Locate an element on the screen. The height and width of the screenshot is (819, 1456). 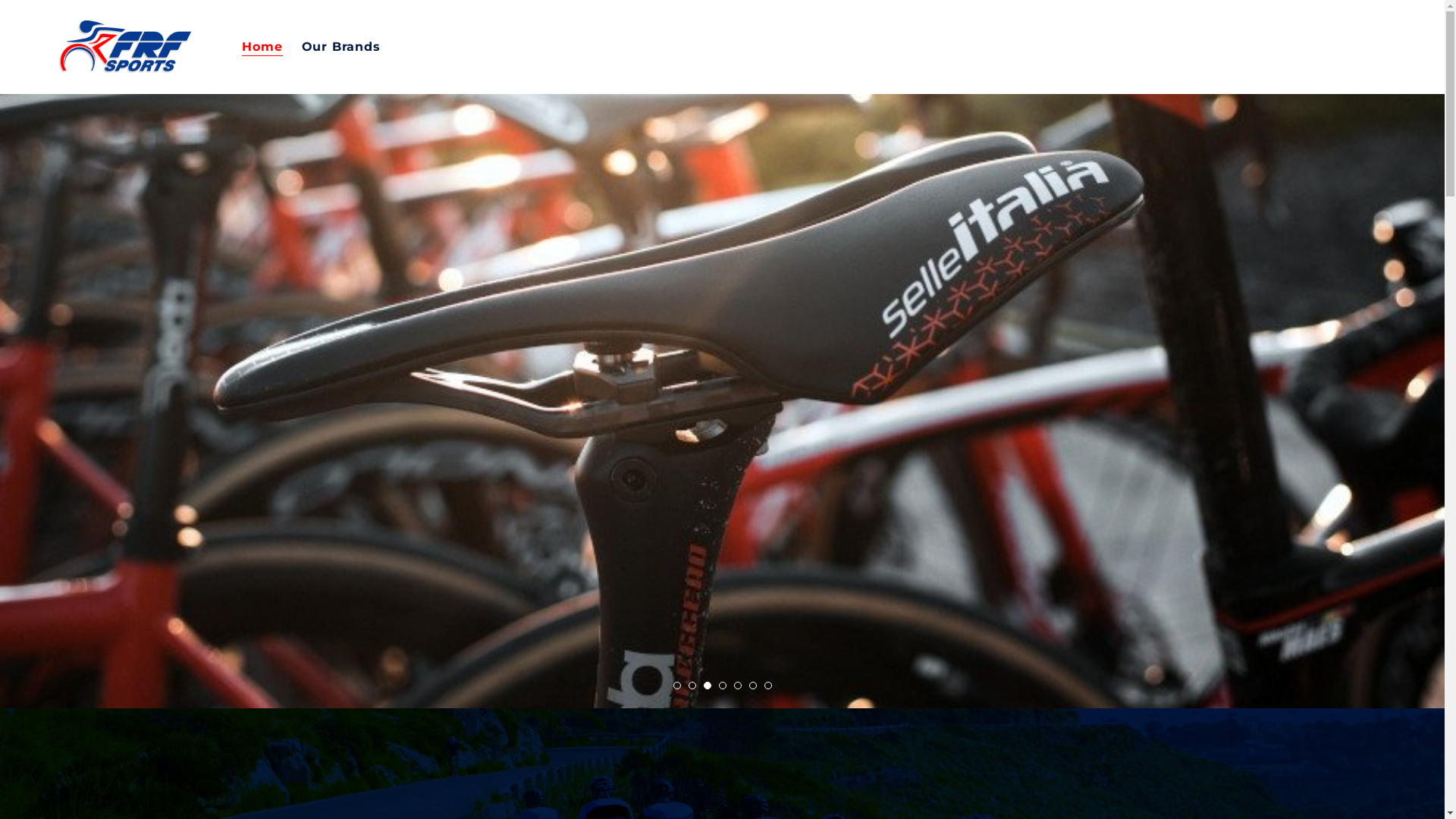
'Our Brands' is located at coordinates (340, 45).